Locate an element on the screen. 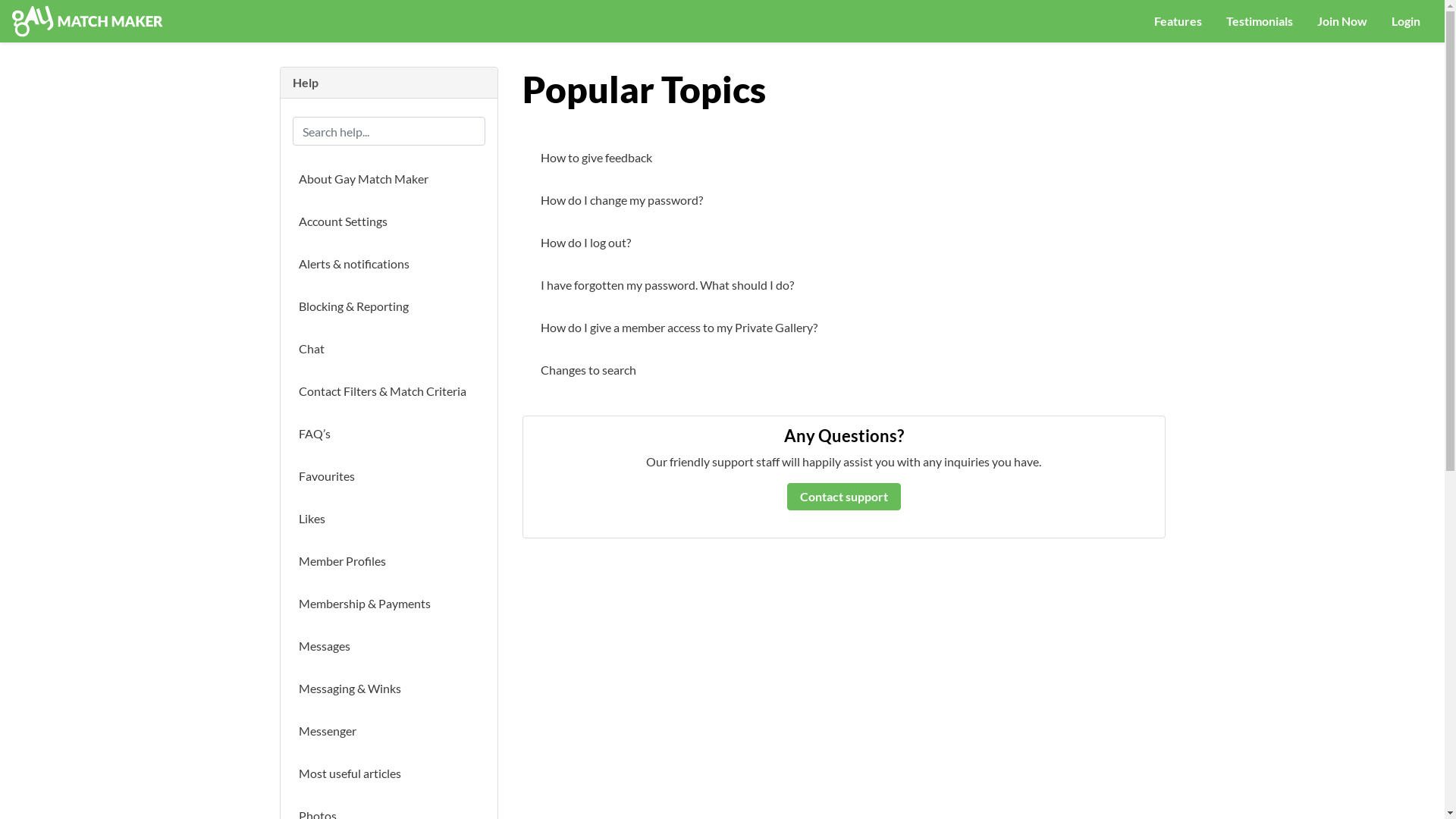 This screenshot has height=819, width=1456. 'Join Now' is located at coordinates (1304, 20).